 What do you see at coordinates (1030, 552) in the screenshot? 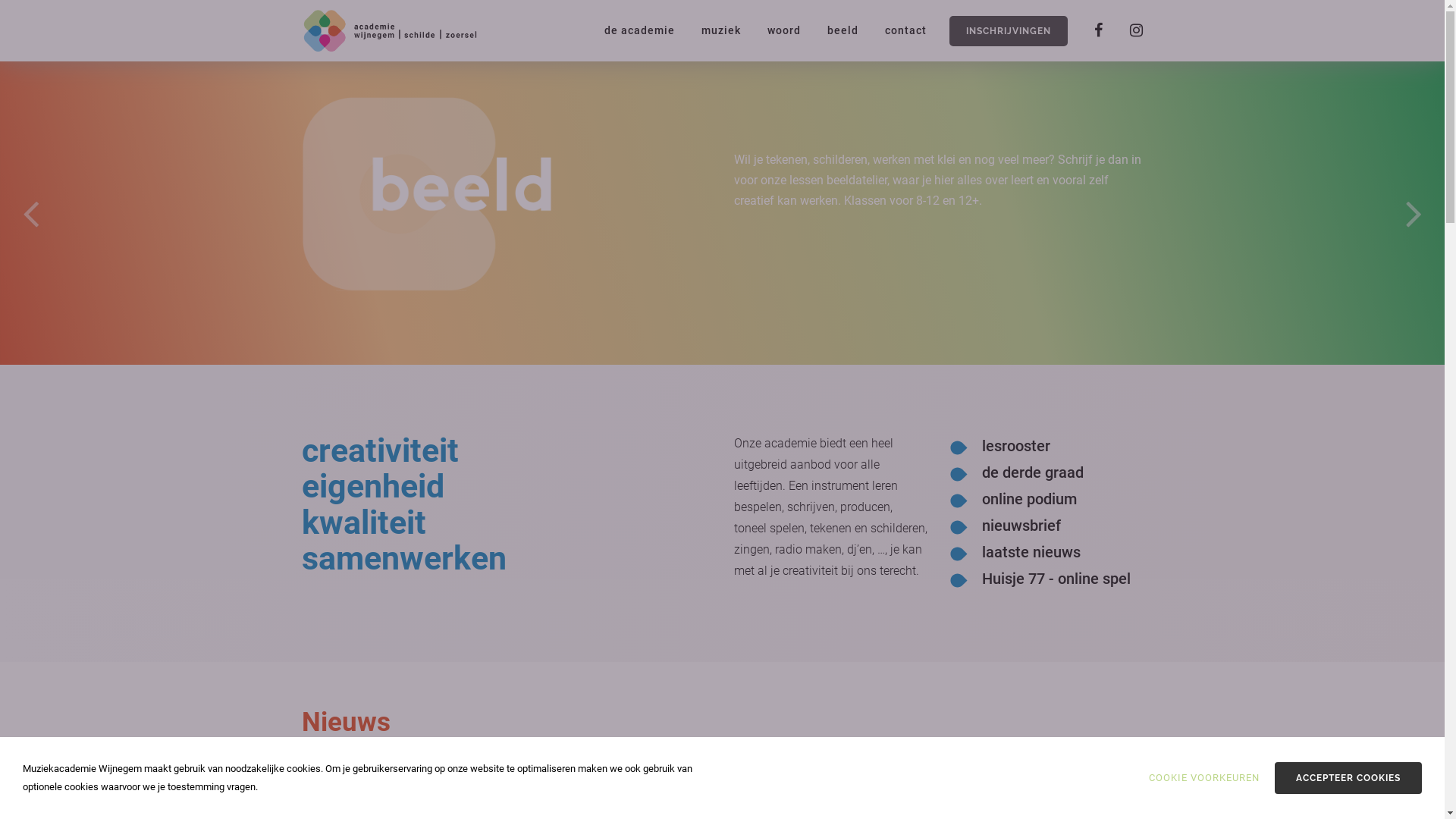
I see `'laatste nieuws'` at bounding box center [1030, 552].